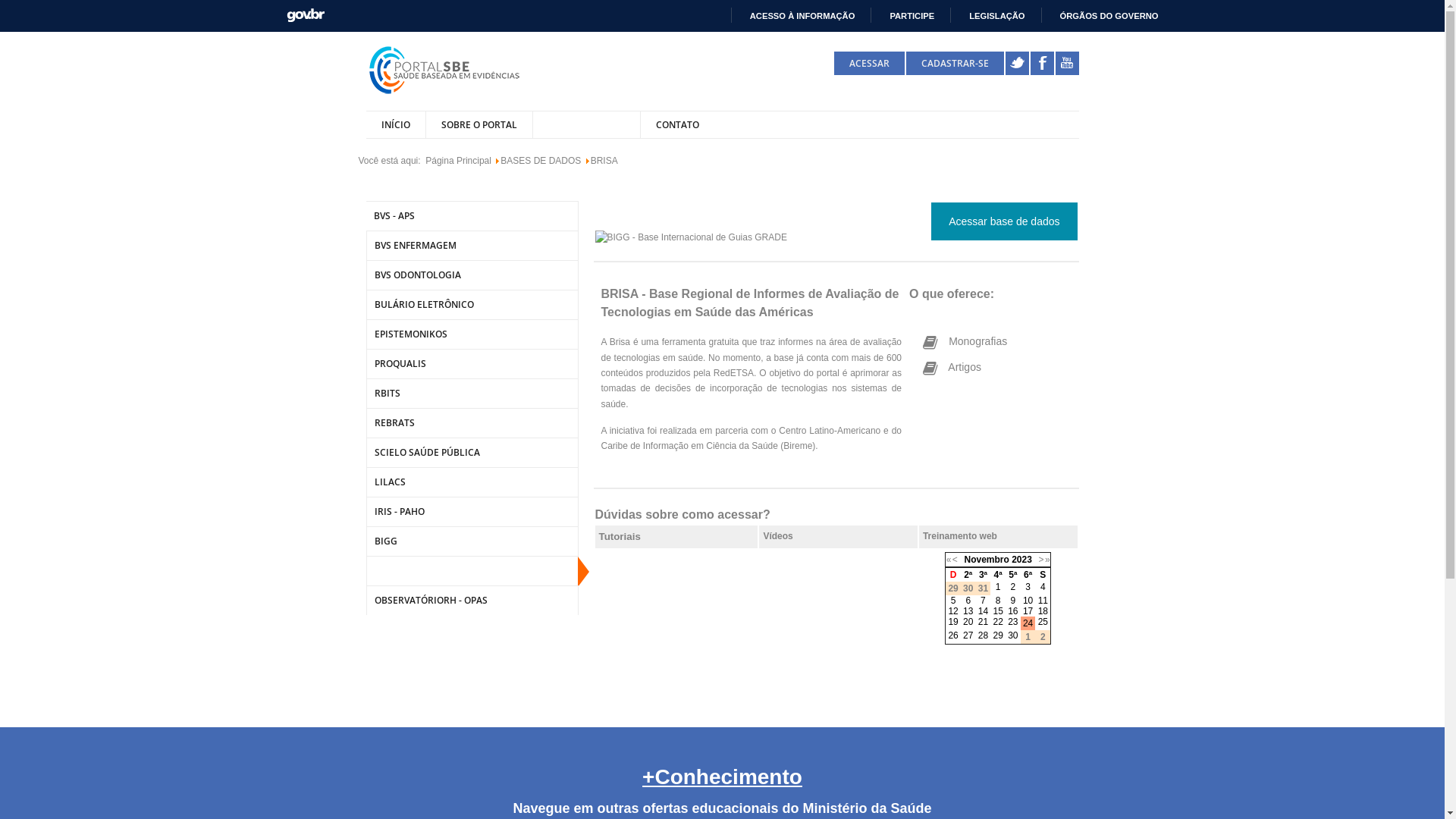 This screenshot has width=1456, height=819. Describe the element at coordinates (1055, 62) in the screenshot. I see `'Youtube'` at that location.